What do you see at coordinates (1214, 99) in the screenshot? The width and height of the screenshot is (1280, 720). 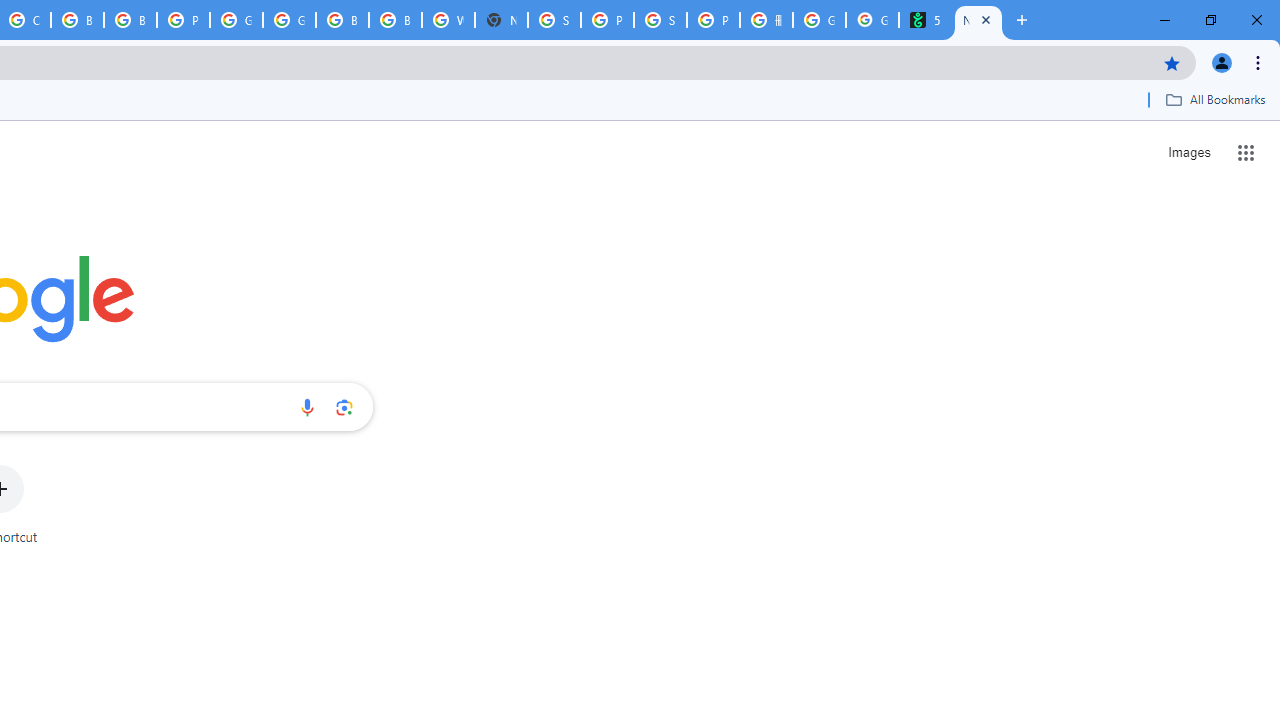 I see `'All Bookmarks'` at bounding box center [1214, 99].